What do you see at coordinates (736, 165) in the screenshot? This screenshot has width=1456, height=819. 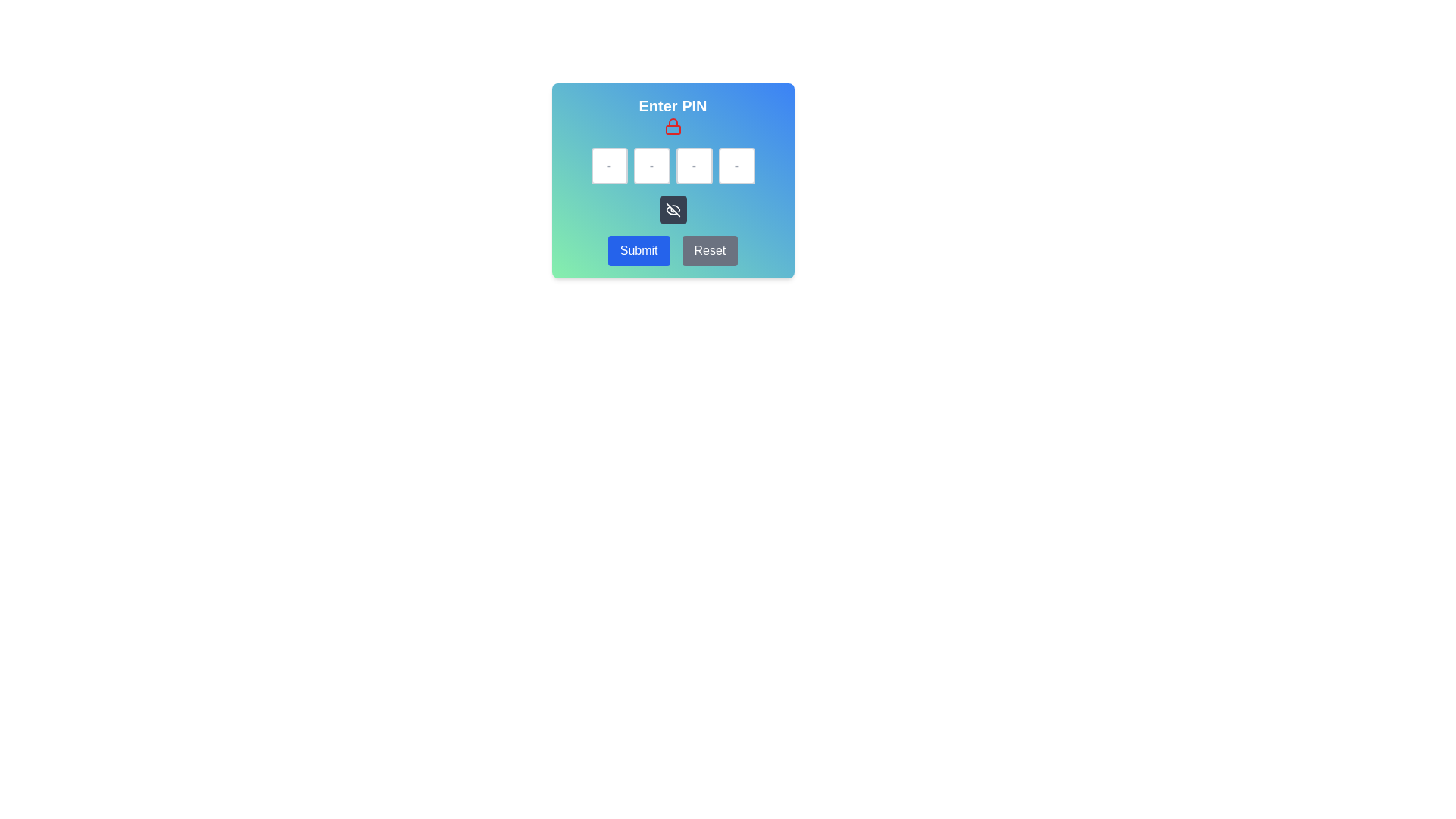 I see `the single-character password input field located at the far right of a sequence of four similar elements to provide interaction feedback` at bounding box center [736, 165].